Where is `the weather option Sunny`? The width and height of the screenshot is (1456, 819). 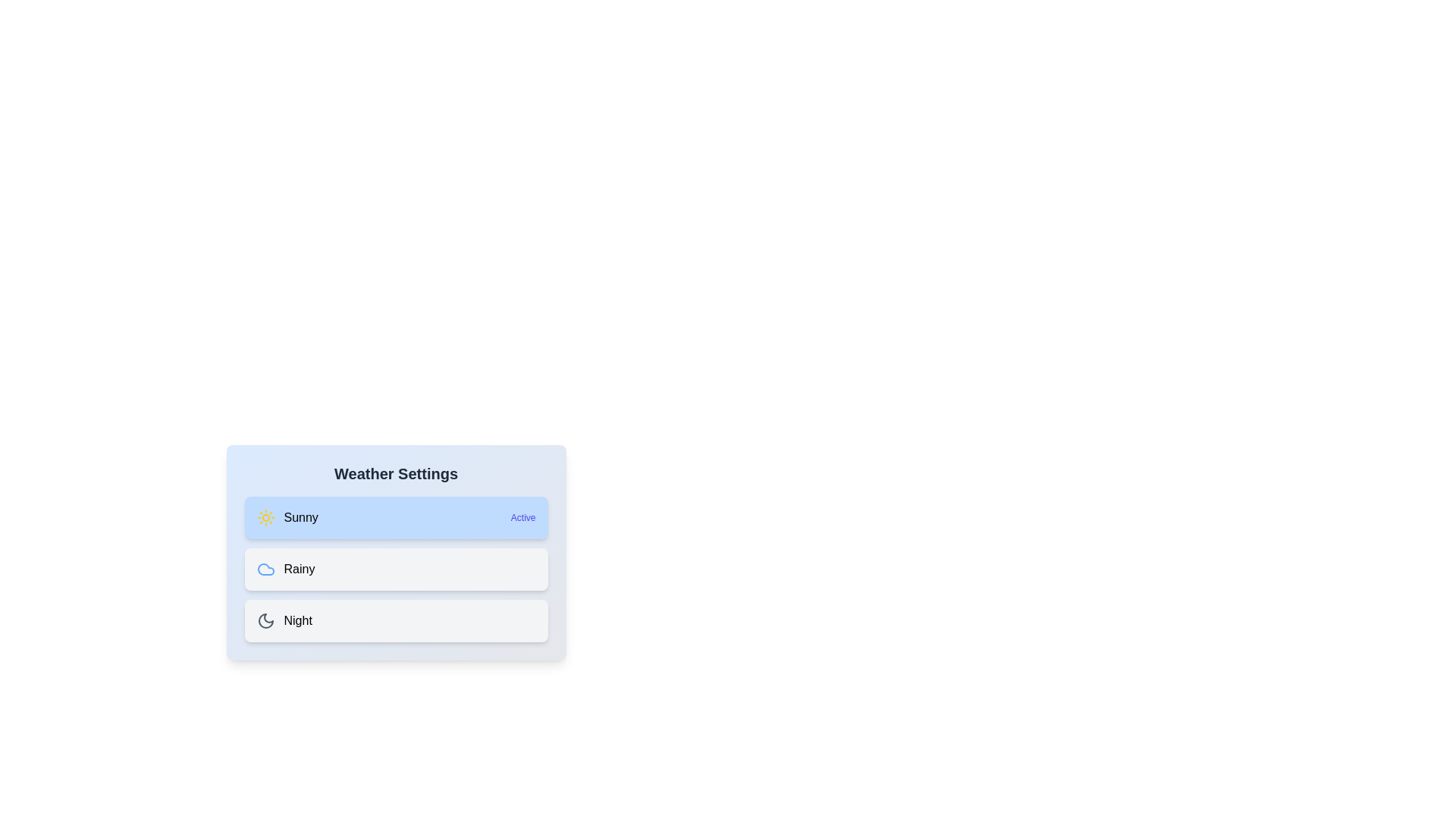
the weather option Sunny is located at coordinates (396, 516).